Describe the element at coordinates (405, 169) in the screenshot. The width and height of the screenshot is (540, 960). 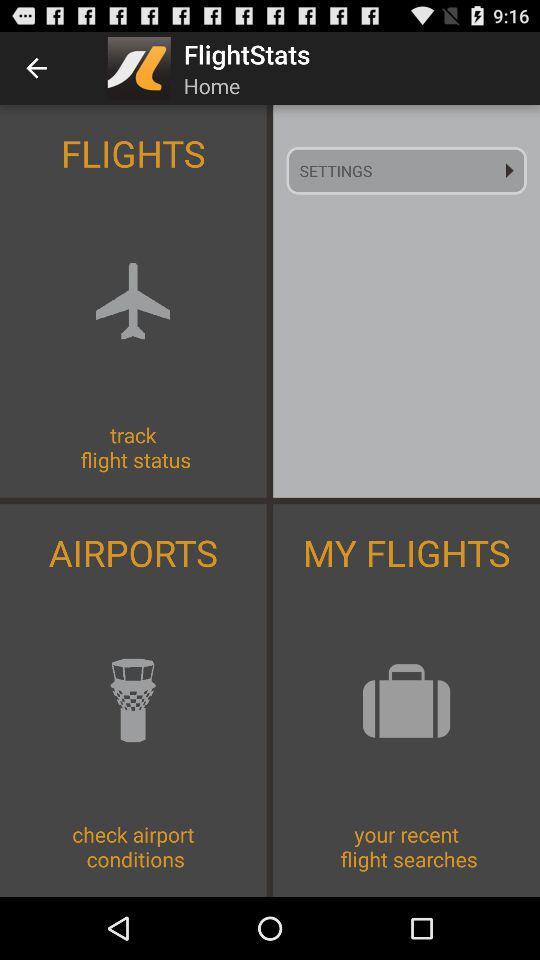
I see `the item below the flightstats` at that location.